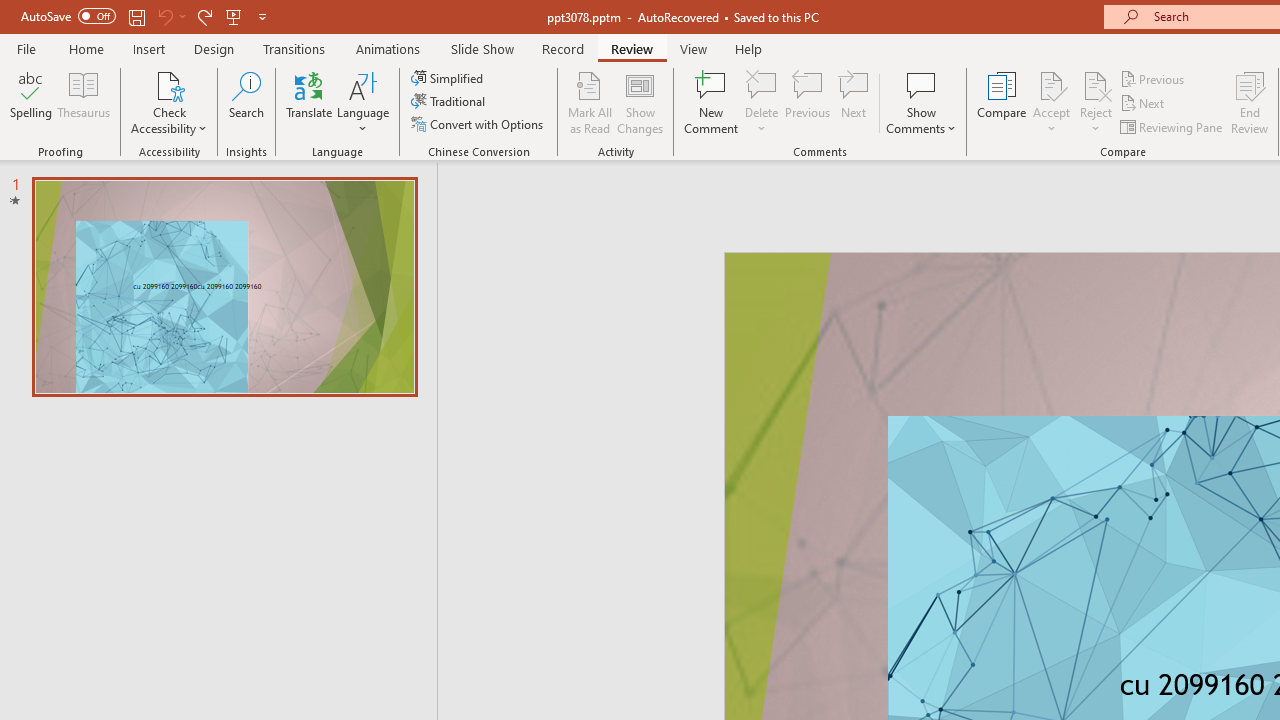  What do you see at coordinates (1050, 103) in the screenshot?
I see `'Accept'` at bounding box center [1050, 103].